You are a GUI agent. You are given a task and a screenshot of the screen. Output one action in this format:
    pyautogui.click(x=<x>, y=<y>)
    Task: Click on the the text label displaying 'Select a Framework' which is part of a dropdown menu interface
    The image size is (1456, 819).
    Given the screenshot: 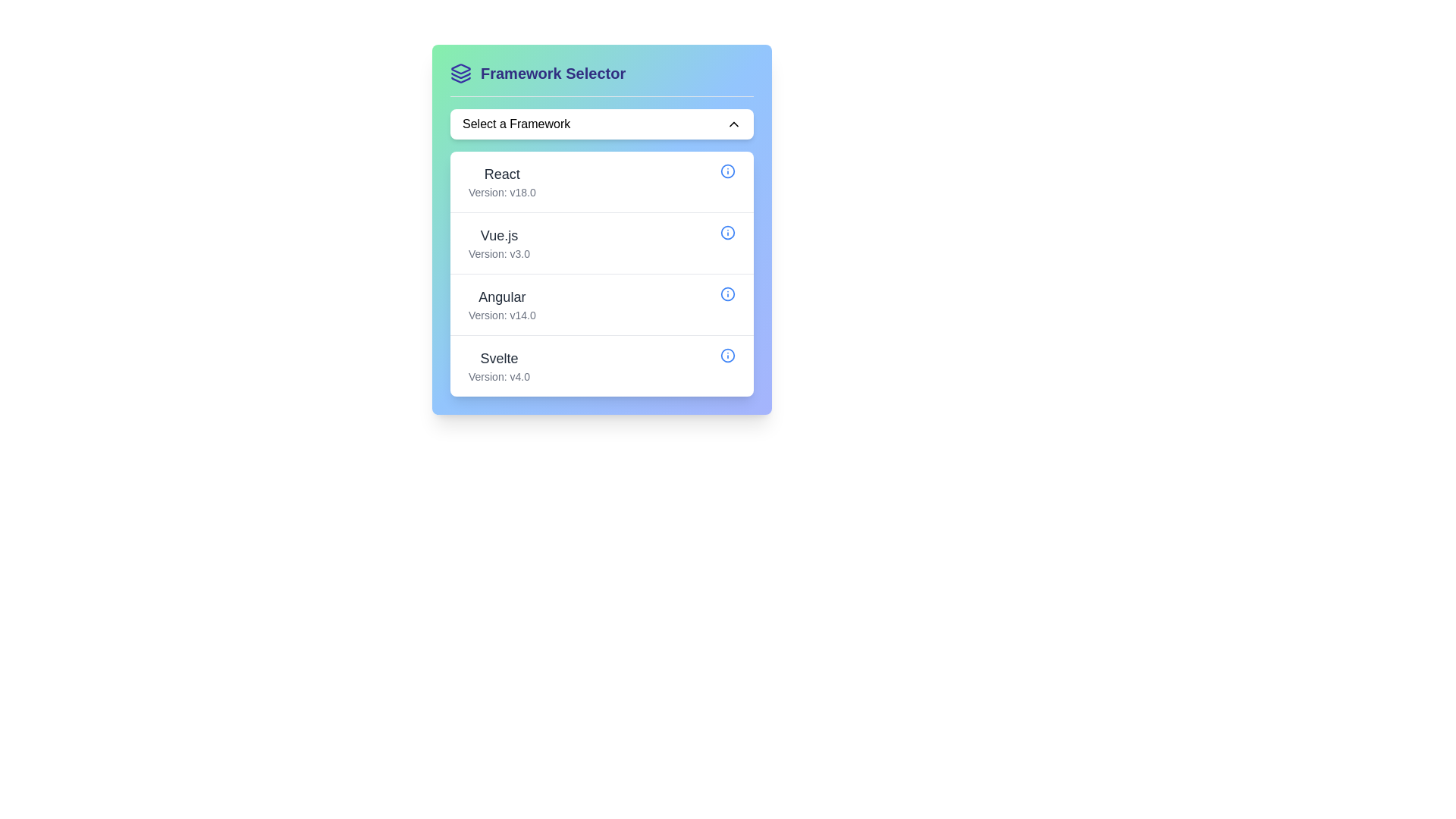 What is the action you would take?
    pyautogui.click(x=516, y=124)
    